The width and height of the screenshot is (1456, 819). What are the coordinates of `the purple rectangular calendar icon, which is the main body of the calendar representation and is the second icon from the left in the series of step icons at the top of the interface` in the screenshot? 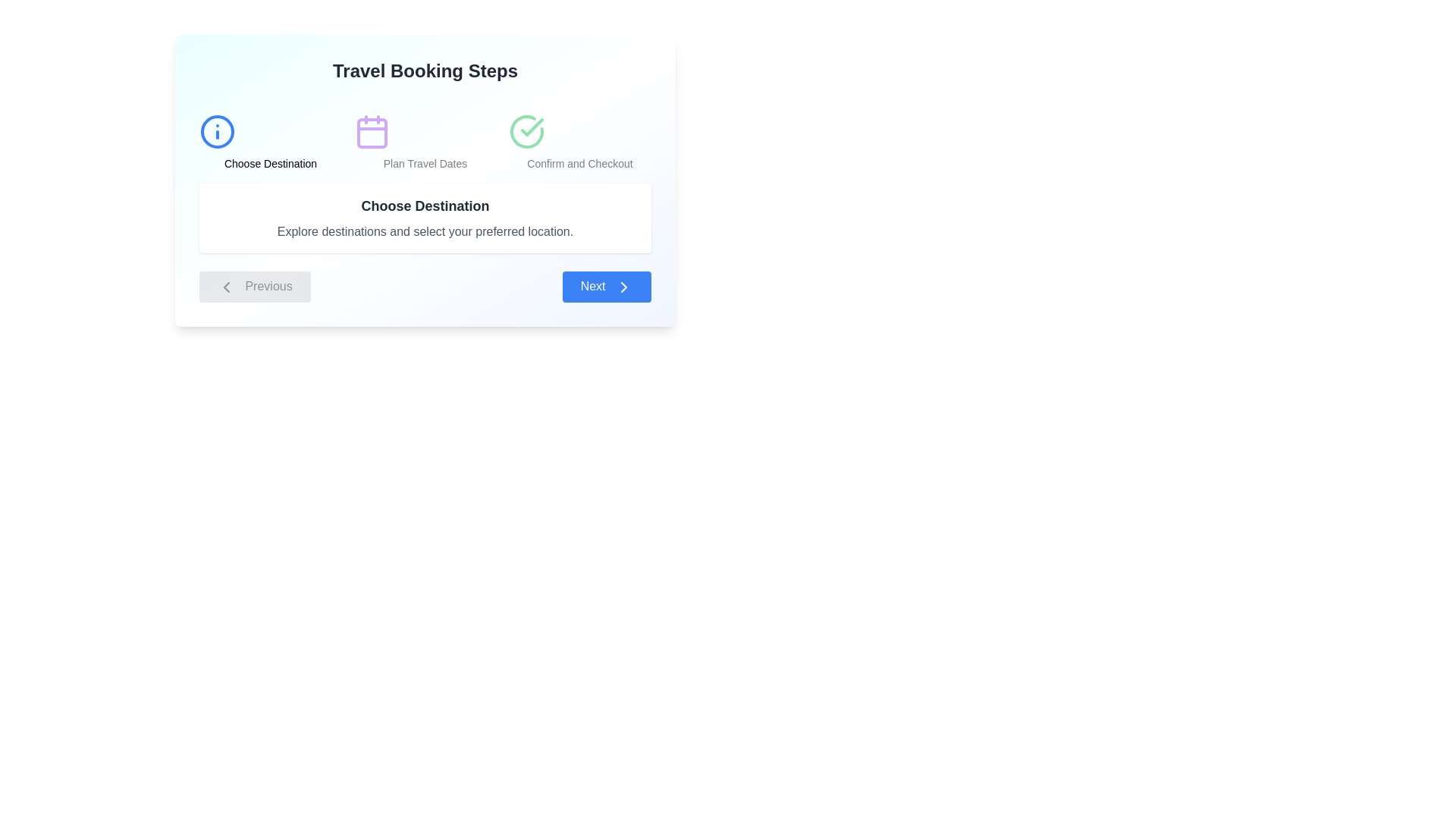 It's located at (372, 133).